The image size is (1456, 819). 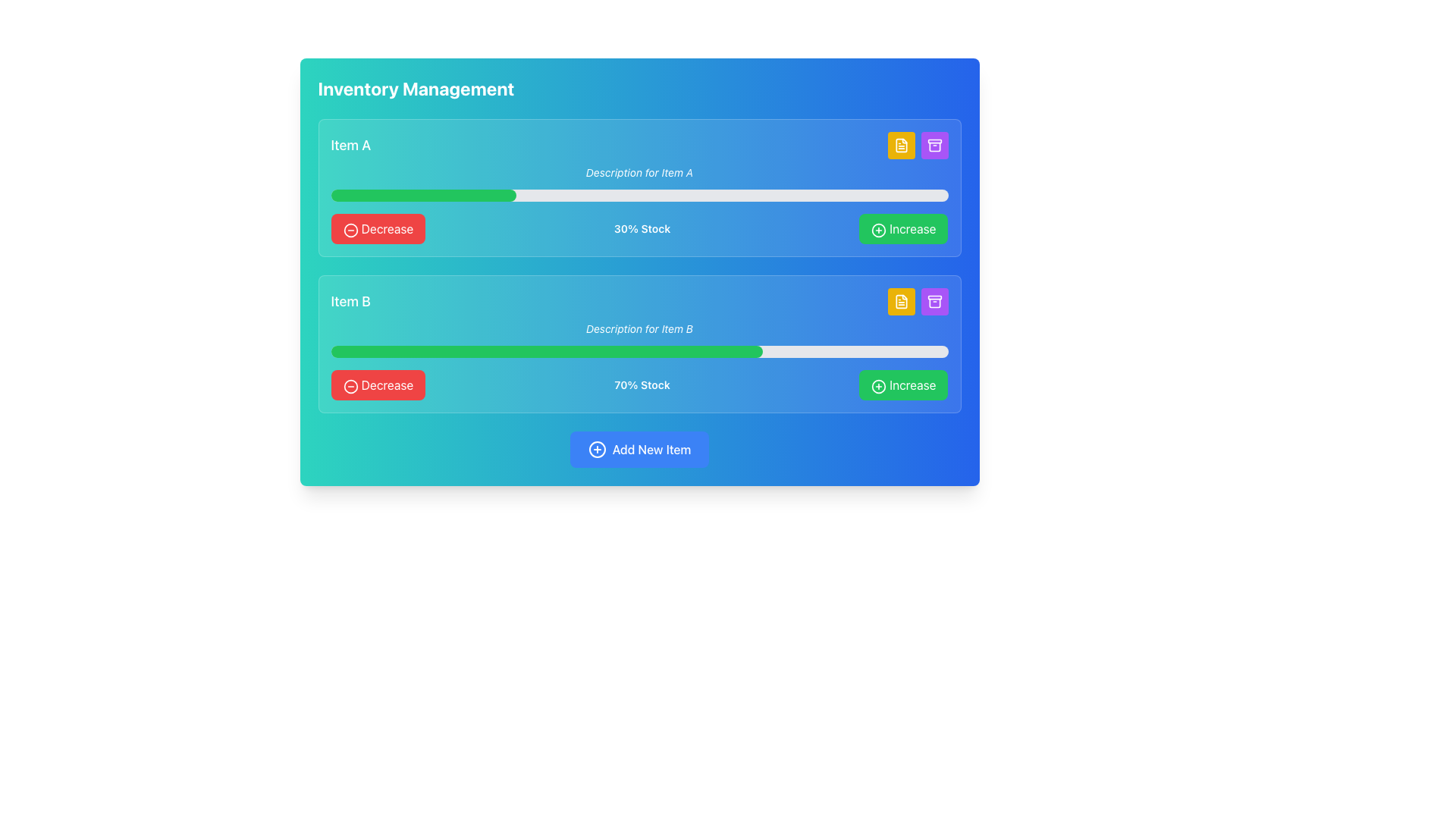 I want to click on the yellow button with a document icon located to the right of the green 'Increase' button and slightly below the progress bar for Item B, so click(x=901, y=301).